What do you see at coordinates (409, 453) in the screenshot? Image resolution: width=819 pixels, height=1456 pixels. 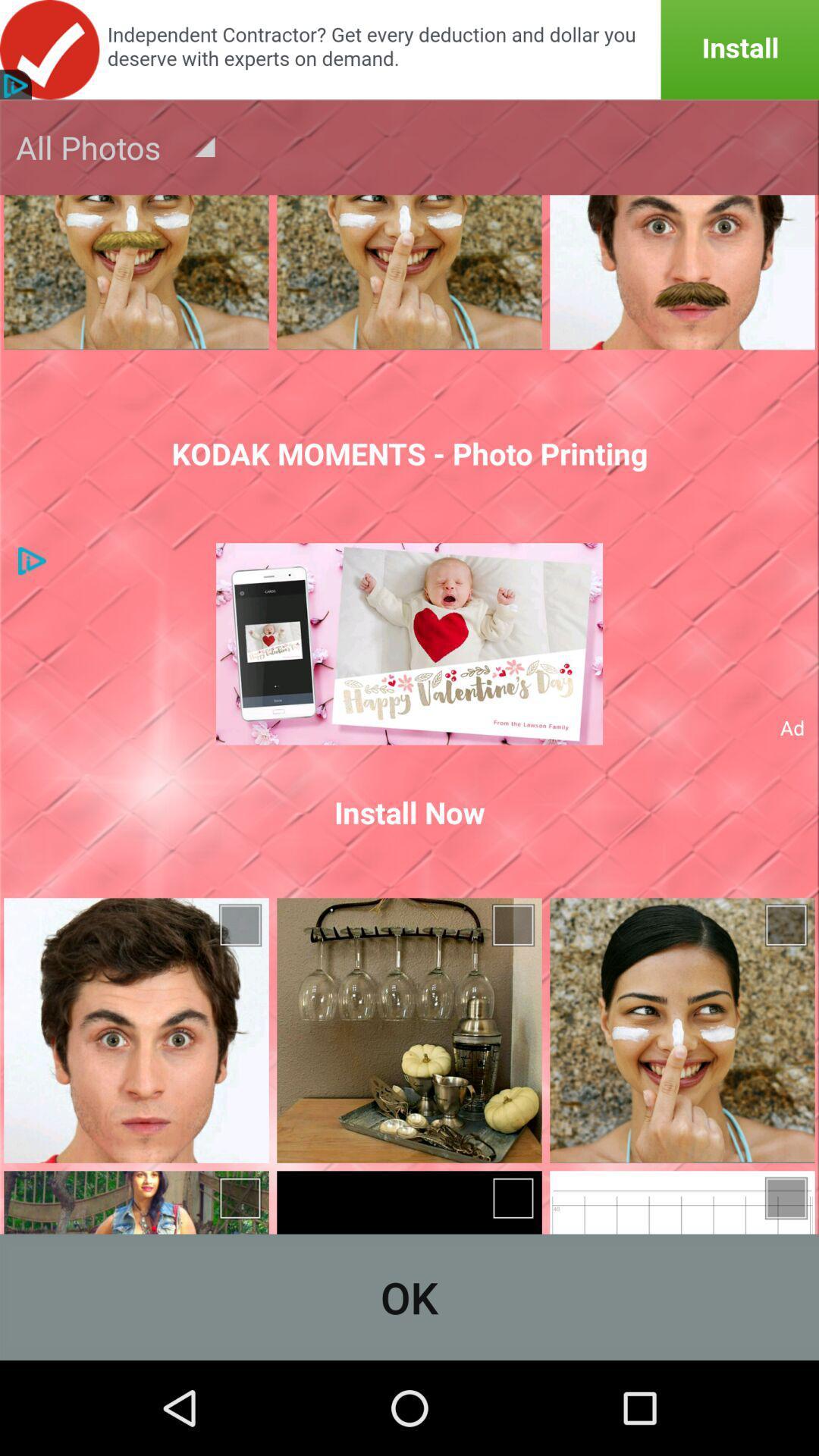 I see `kodak moments photo icon` at bounding box center [409, 453].